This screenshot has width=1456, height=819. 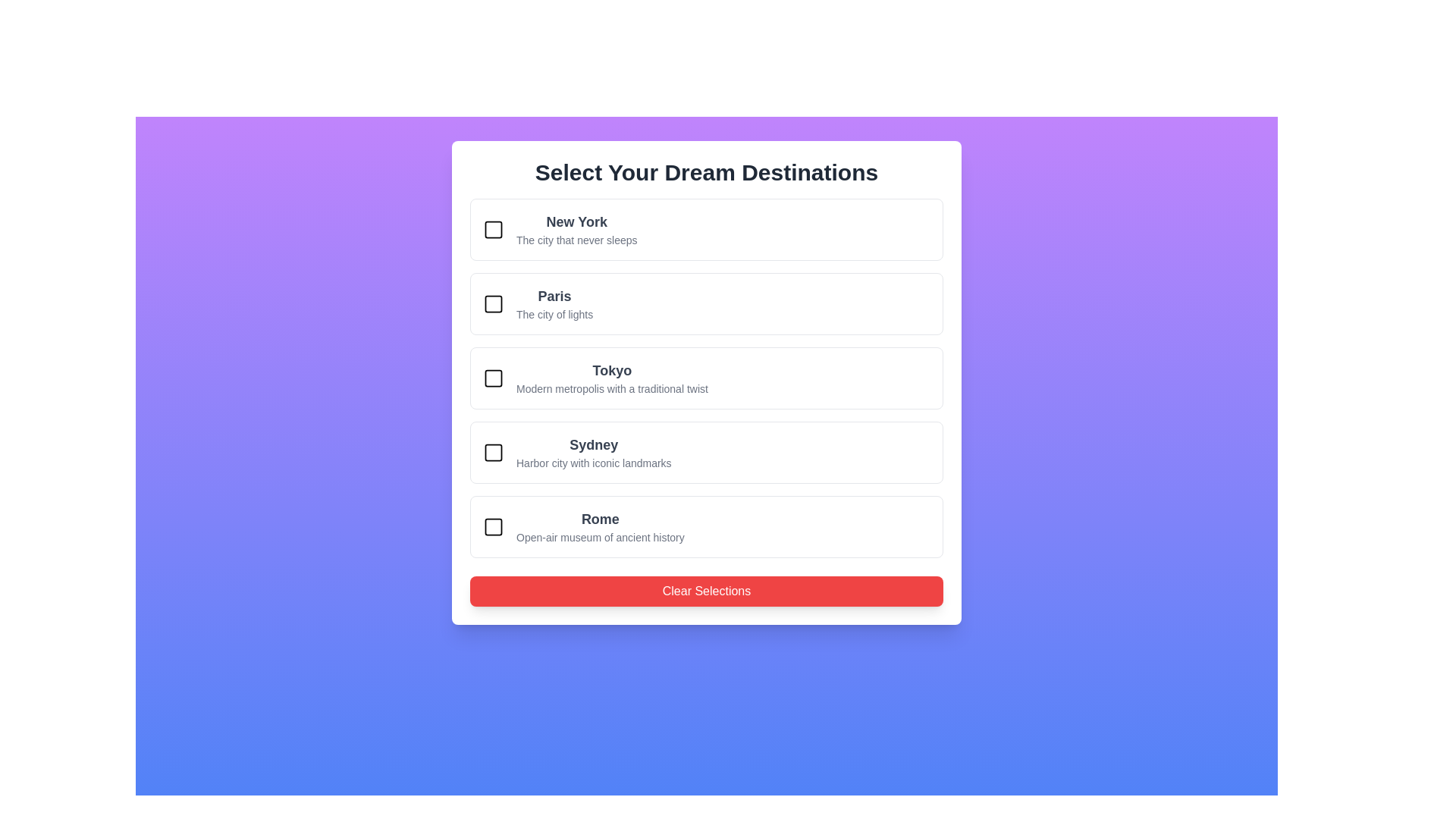 I want to click on the city card for New York, so click(x=705, y=230).